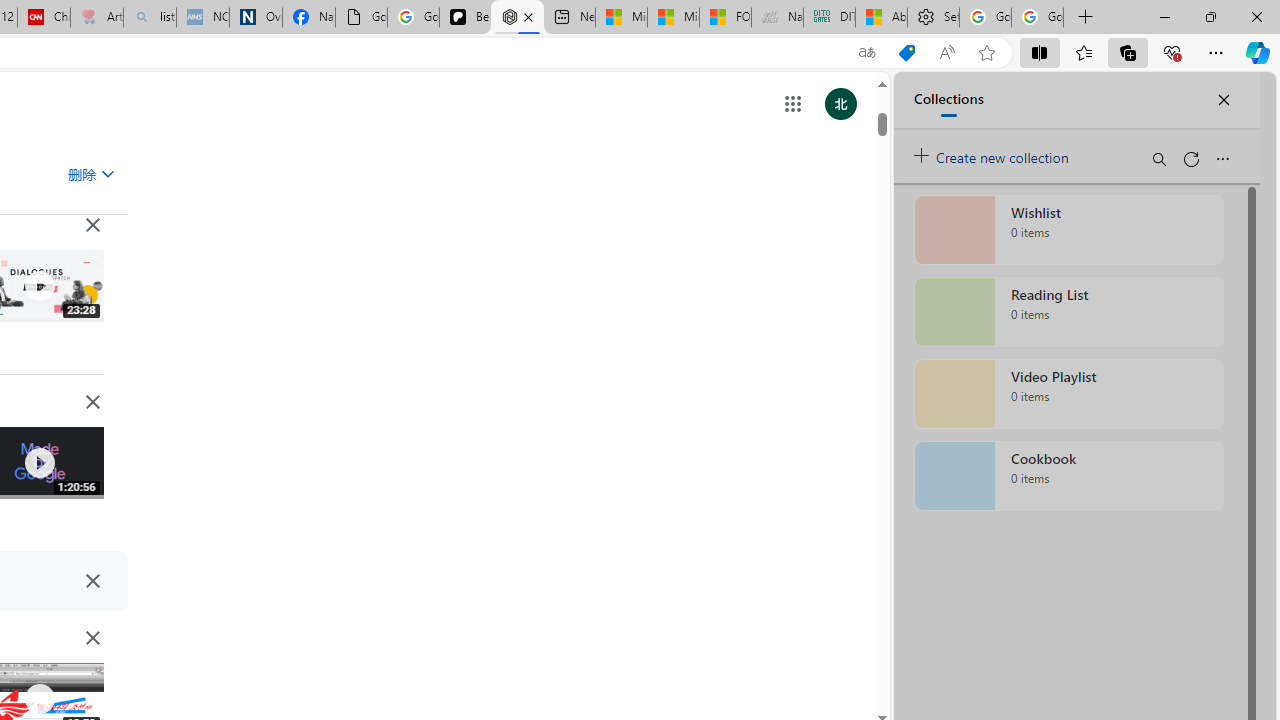 The image size is (1280, 720). What do you see at coordinates (360, 17) in the screenshot?
I see `'Google Analytics Opt-out Browser Add-on Download Page'` at bounding box center [360, 17].